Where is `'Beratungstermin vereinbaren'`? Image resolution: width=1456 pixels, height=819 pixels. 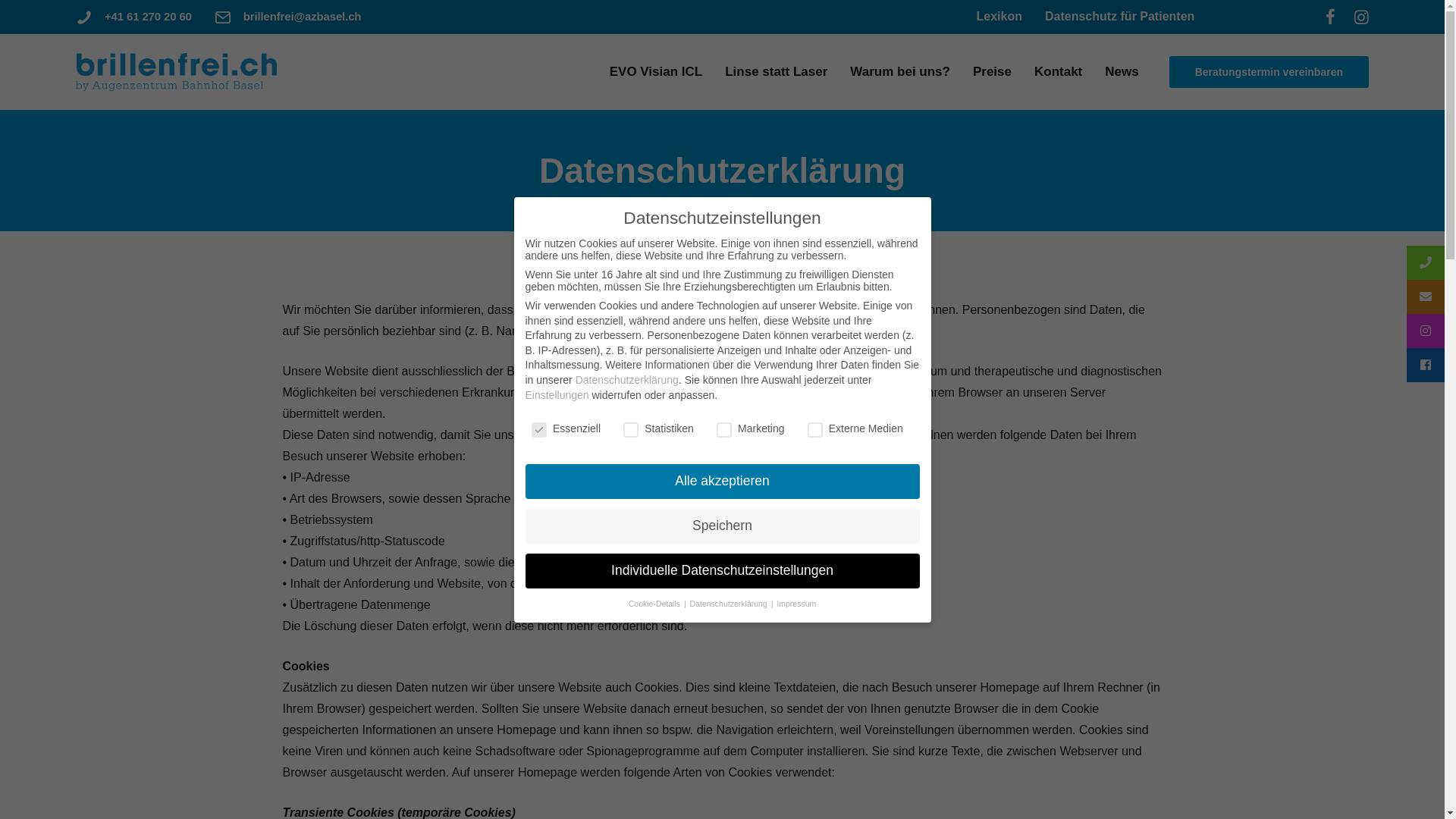
'Beratungstermin vereinbaren' is located at coordinates (1269, 72).